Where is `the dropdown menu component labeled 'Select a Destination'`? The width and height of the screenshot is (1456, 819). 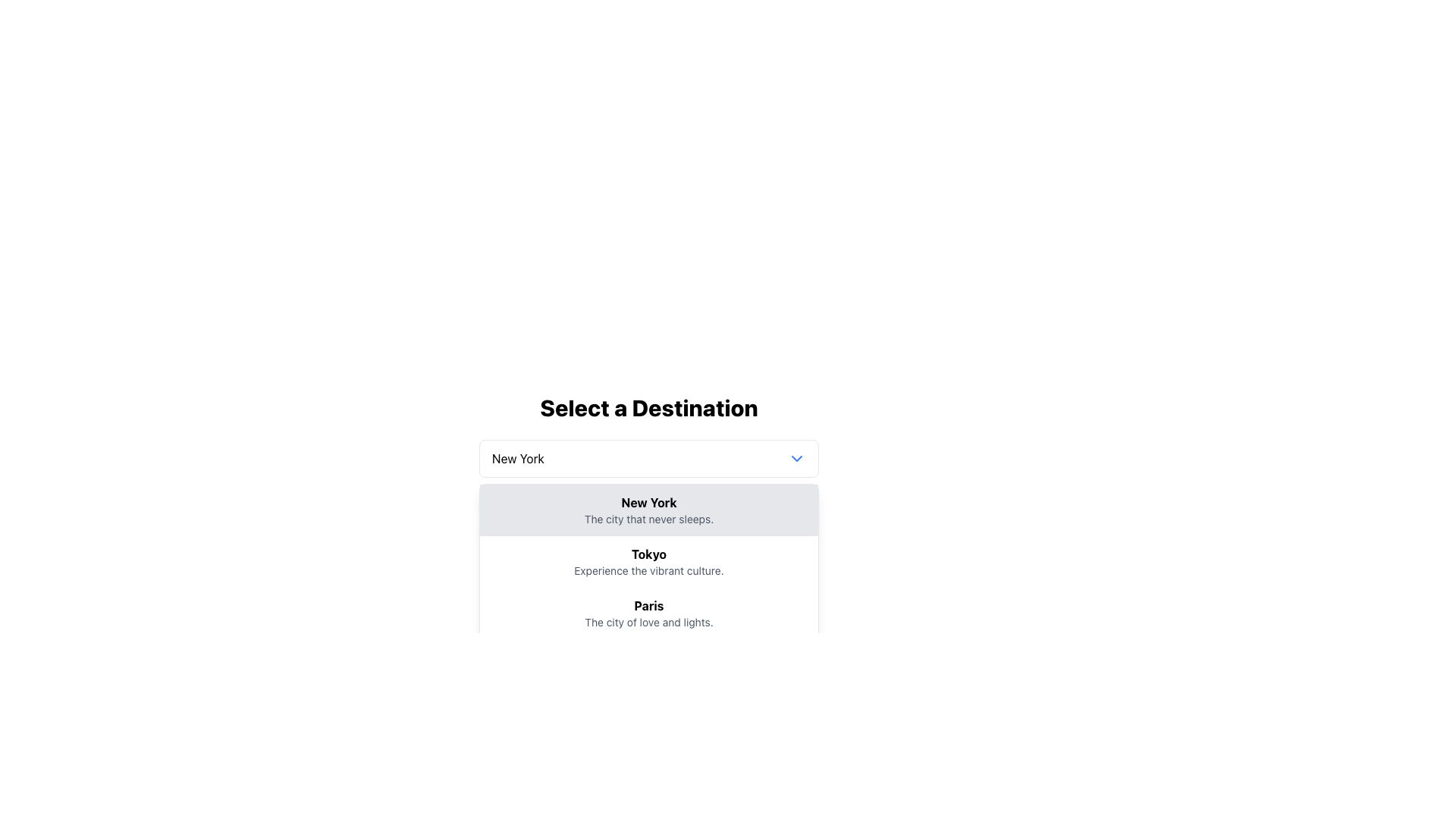
the dropdown menu component labeled 'Select a Destination' is located at coordinates (648, 466).